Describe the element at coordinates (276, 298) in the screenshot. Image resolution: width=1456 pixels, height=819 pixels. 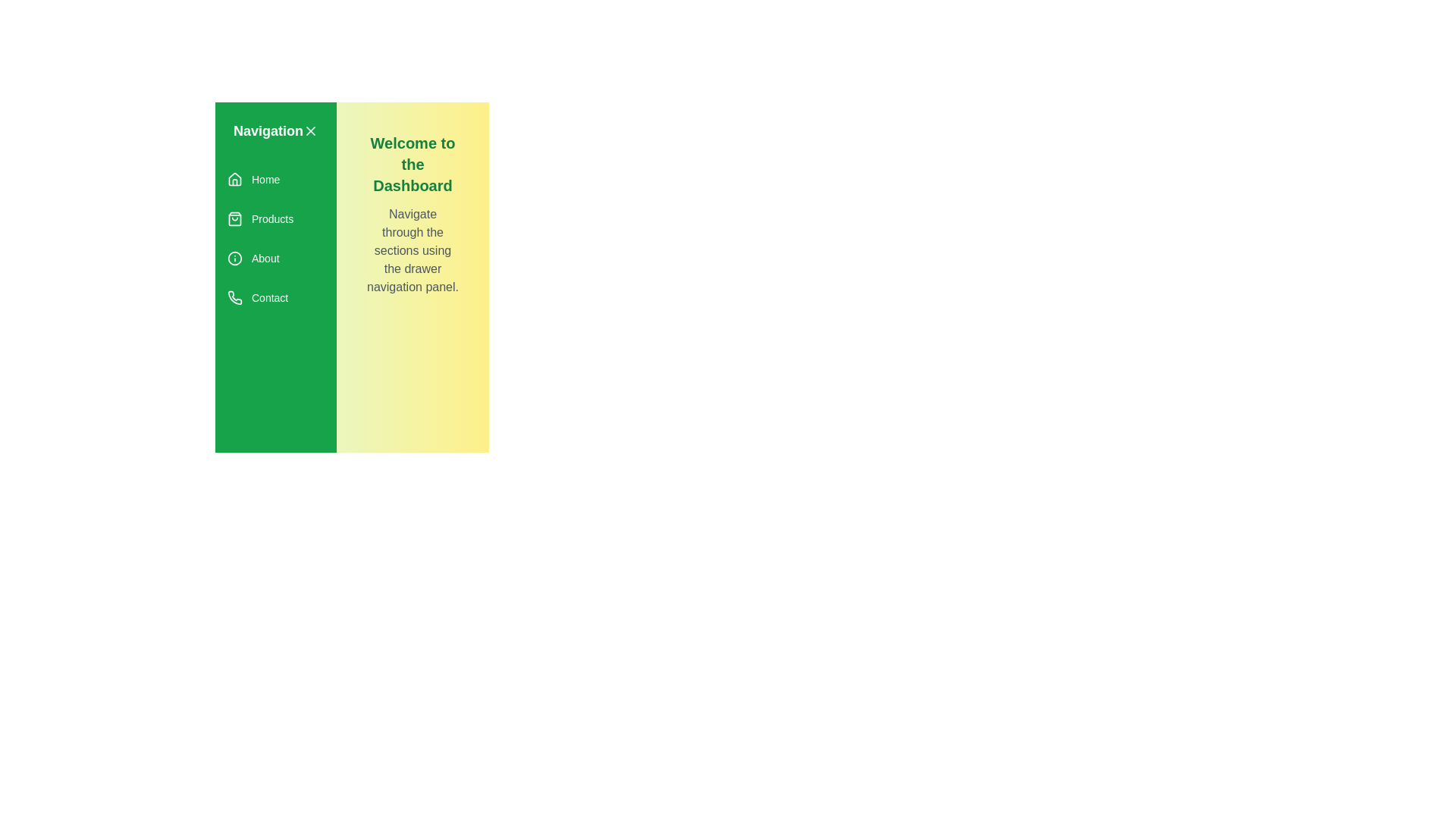
I see `the menu item Contact to navigate to the corresponding section` at that location.